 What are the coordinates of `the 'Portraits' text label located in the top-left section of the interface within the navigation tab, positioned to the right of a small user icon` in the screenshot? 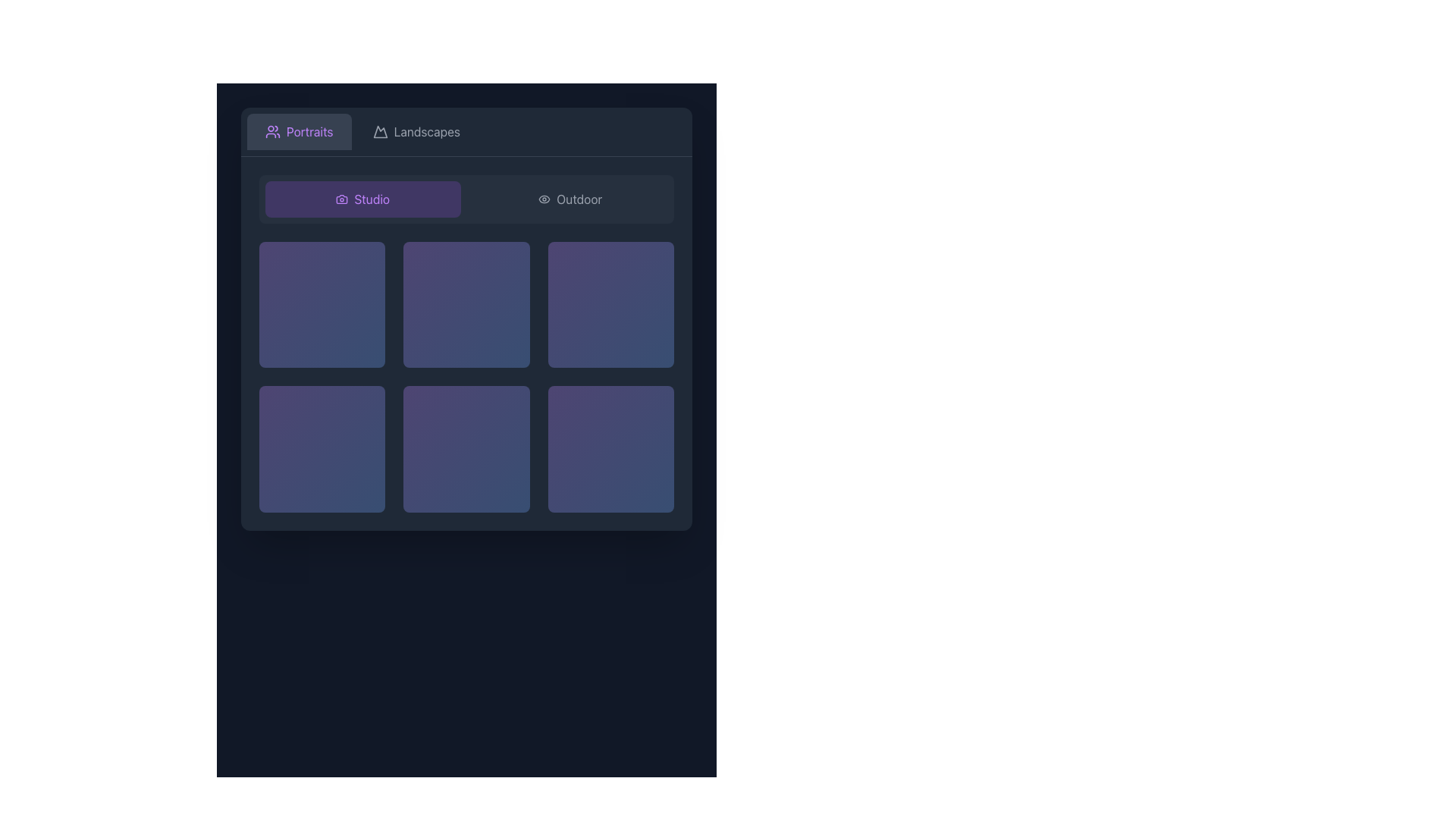 It's located at (309, 130).